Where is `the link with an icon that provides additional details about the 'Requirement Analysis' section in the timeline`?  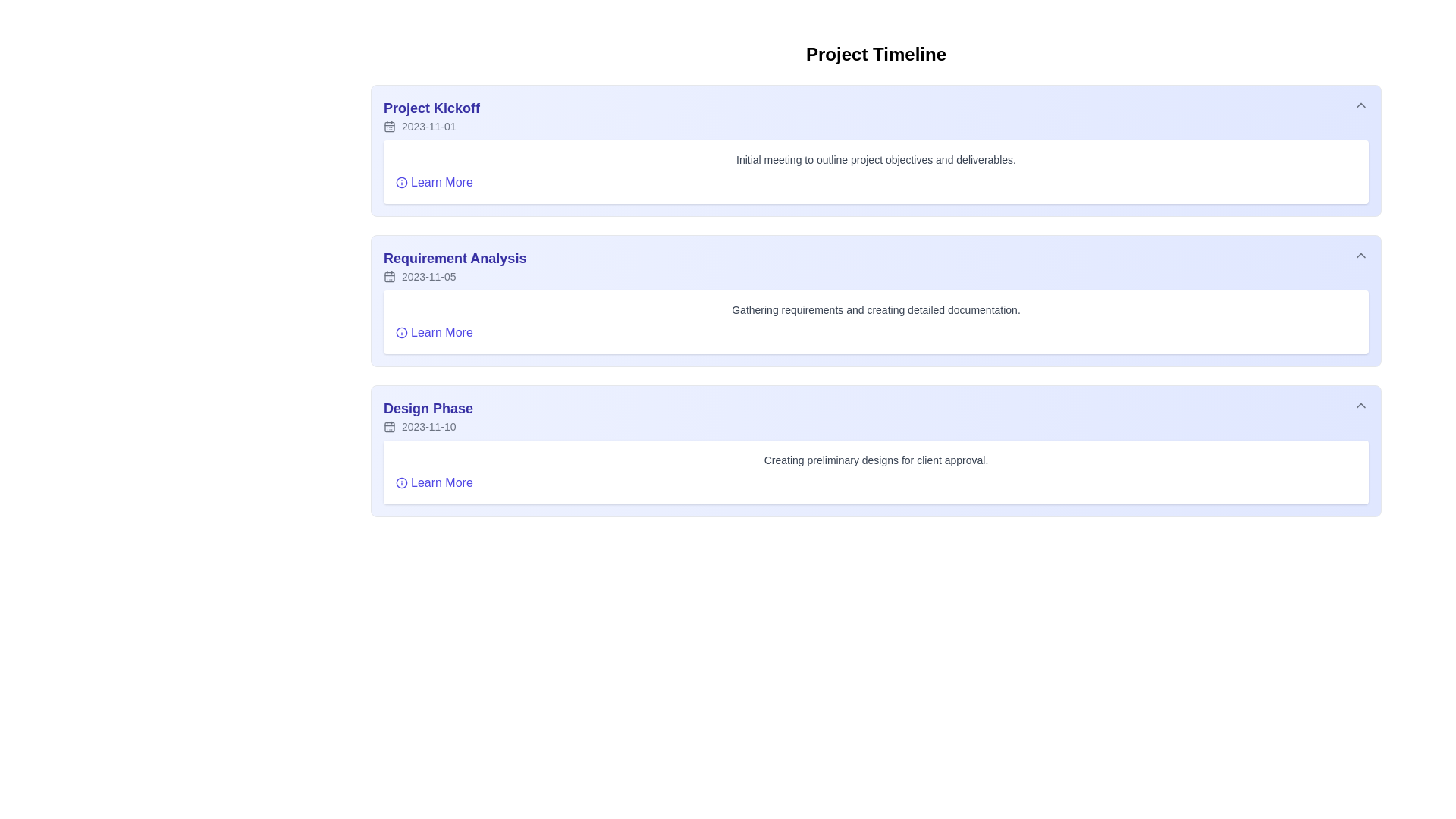
the link with an icon that provides additional details about the 'Requirement Analysis' section in the timeline is located at coordinates (433, 332).